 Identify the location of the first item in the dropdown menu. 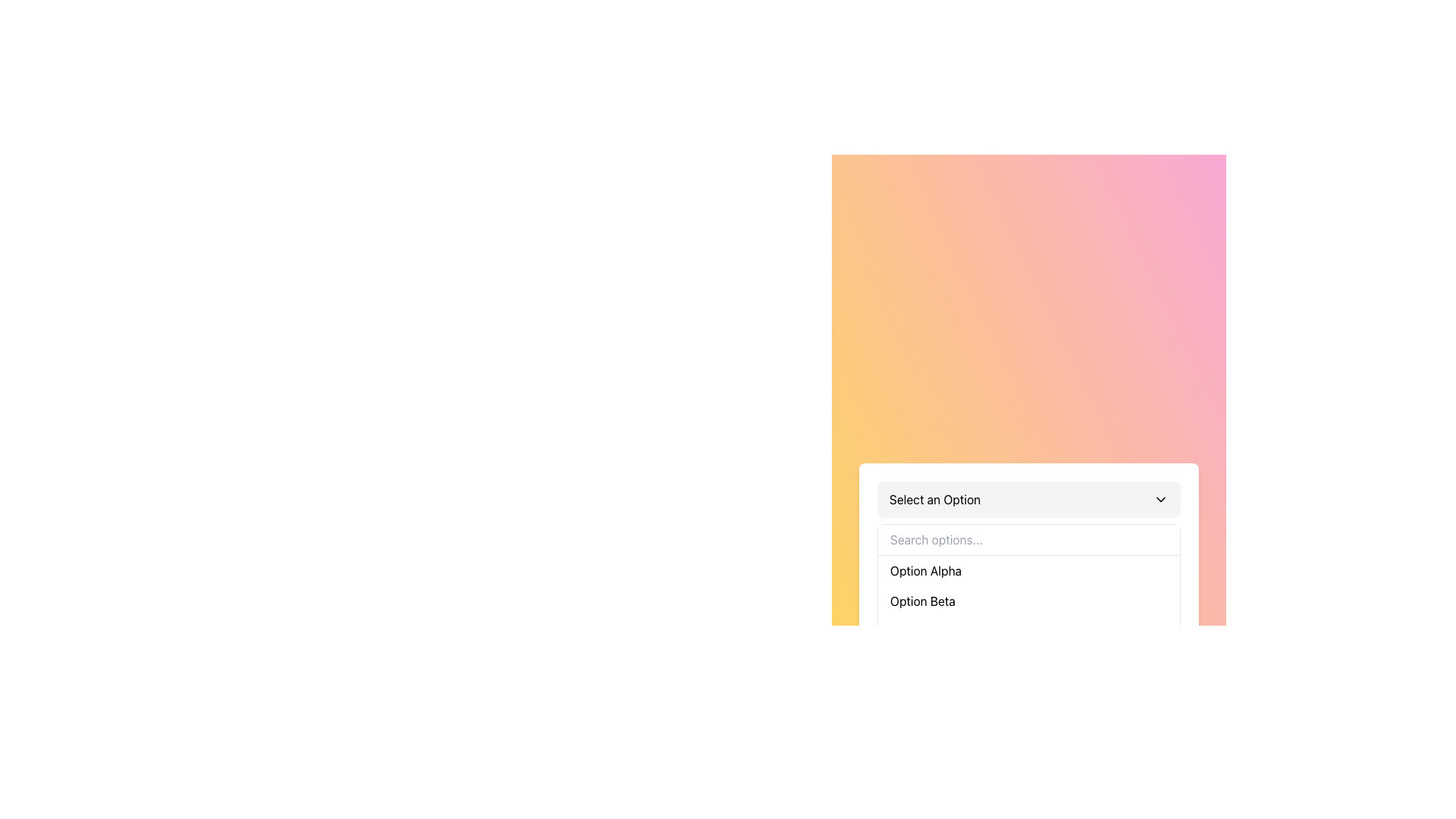
(1029, 570).